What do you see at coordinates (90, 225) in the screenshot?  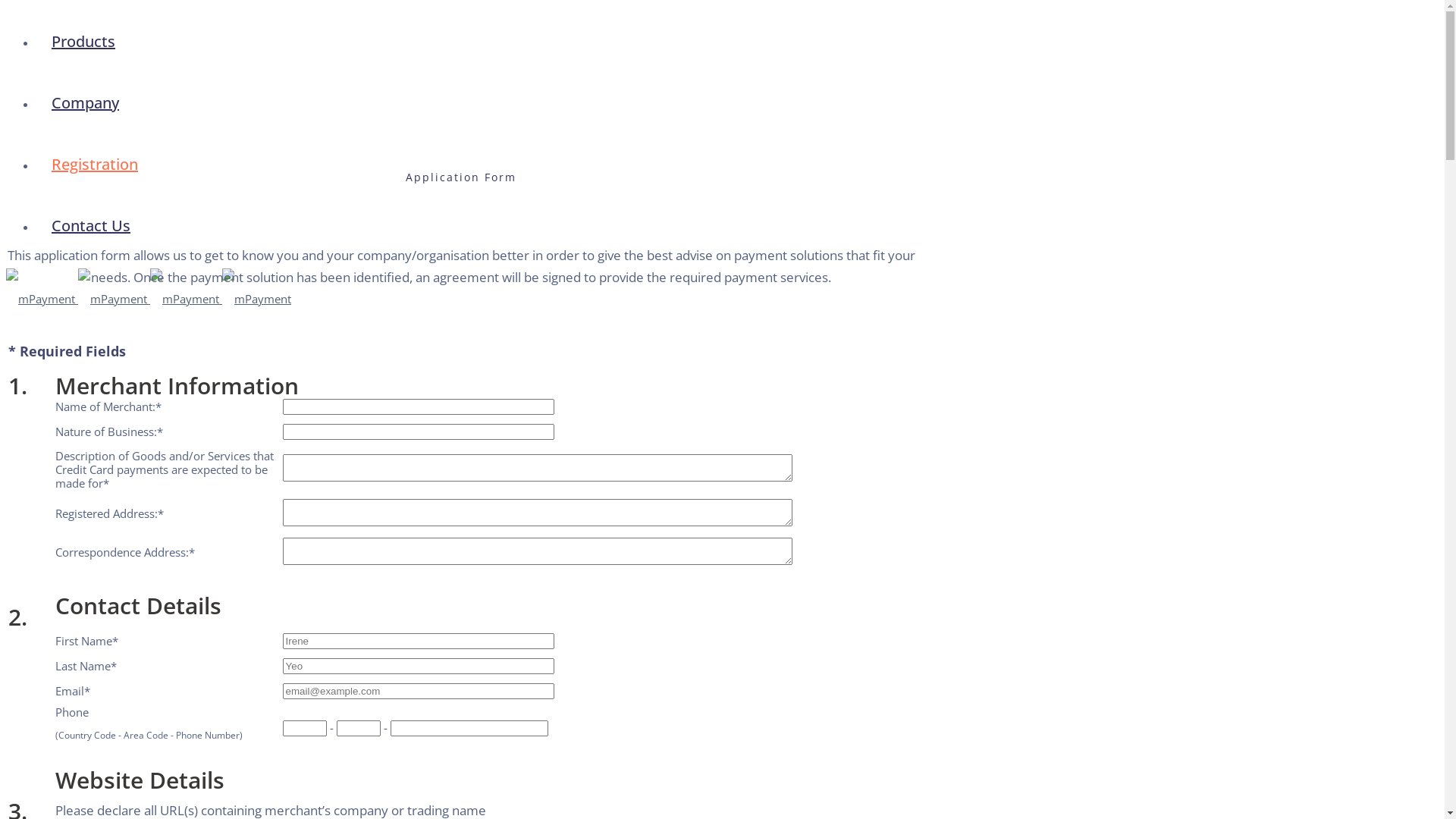 I see `'Contact Us'` at bounding box center [90, 225].